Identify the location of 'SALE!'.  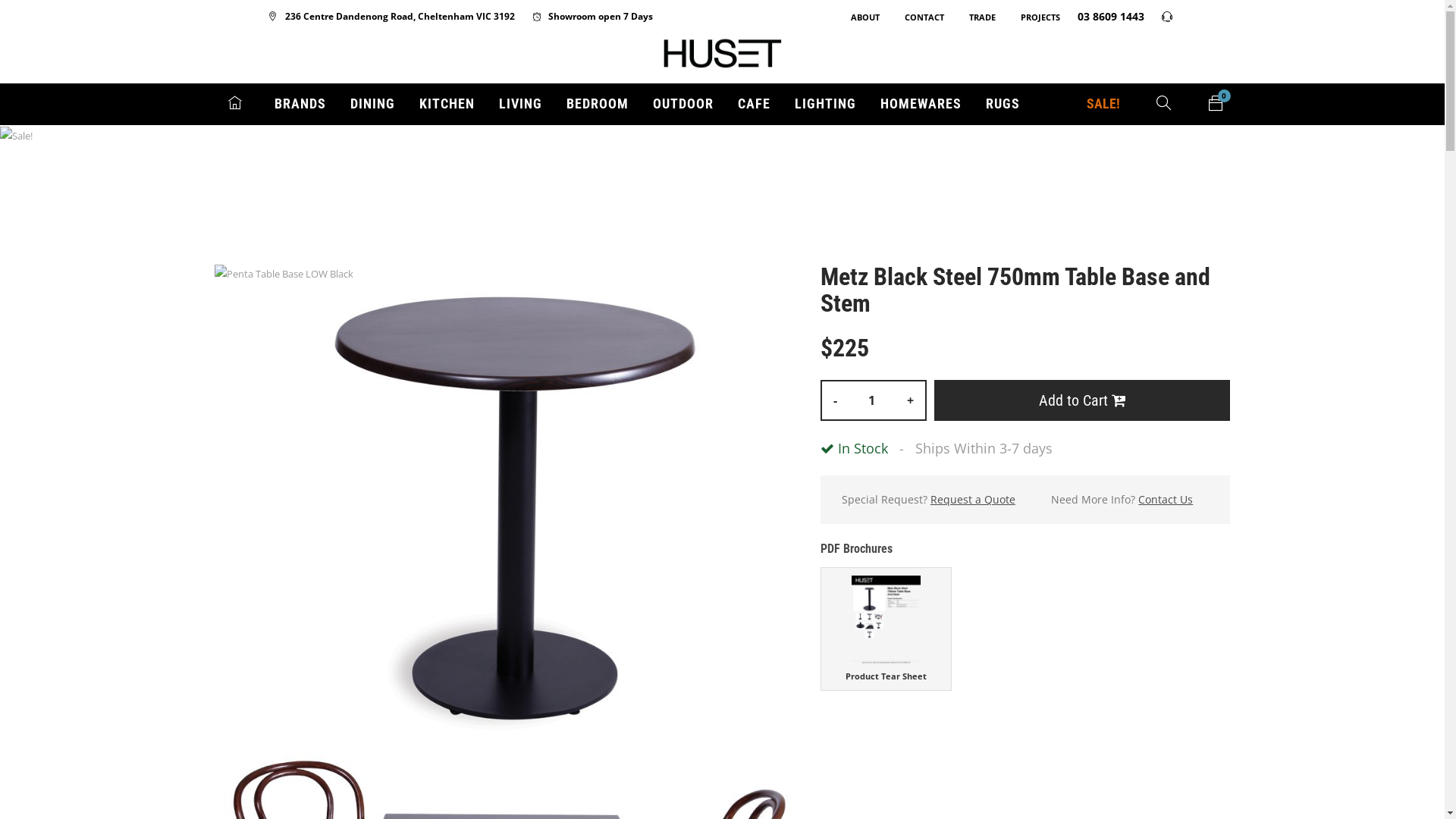
(1103, 103).